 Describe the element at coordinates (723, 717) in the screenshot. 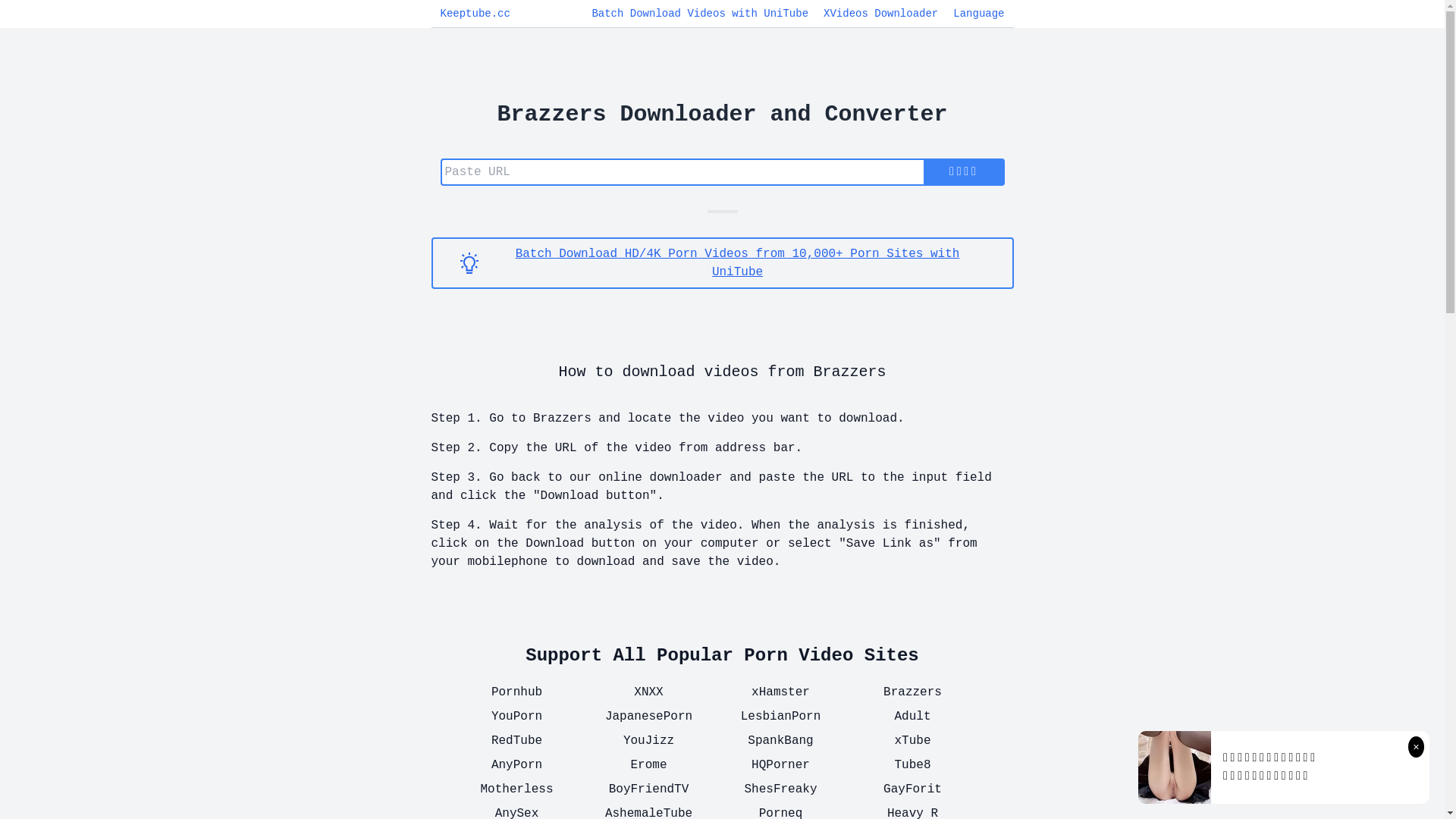

I see `'LesbianPorn'` at that location.